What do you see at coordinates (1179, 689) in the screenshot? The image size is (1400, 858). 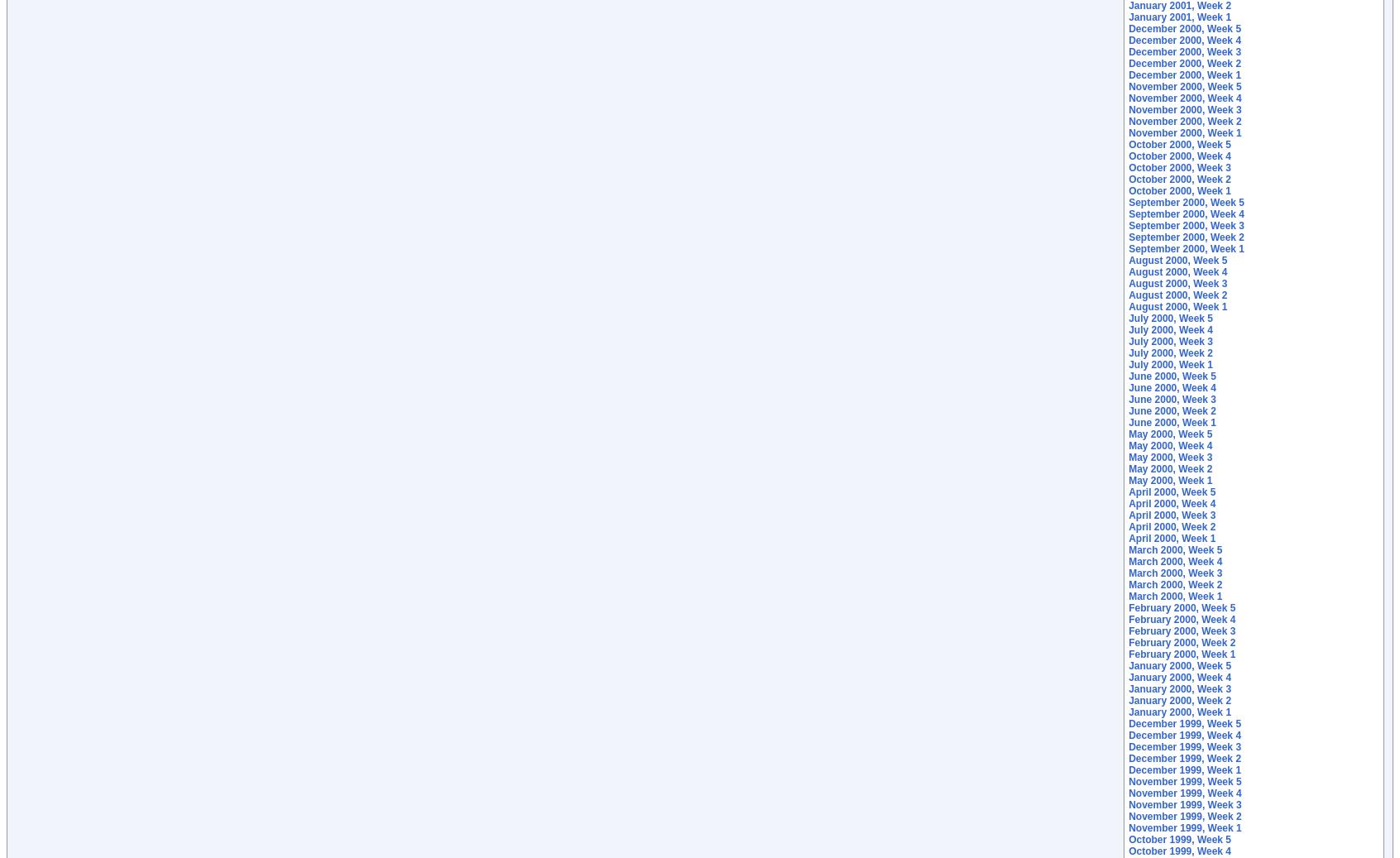 I see `'January 2000, Week 3'` at bounding box center [1179, 689].